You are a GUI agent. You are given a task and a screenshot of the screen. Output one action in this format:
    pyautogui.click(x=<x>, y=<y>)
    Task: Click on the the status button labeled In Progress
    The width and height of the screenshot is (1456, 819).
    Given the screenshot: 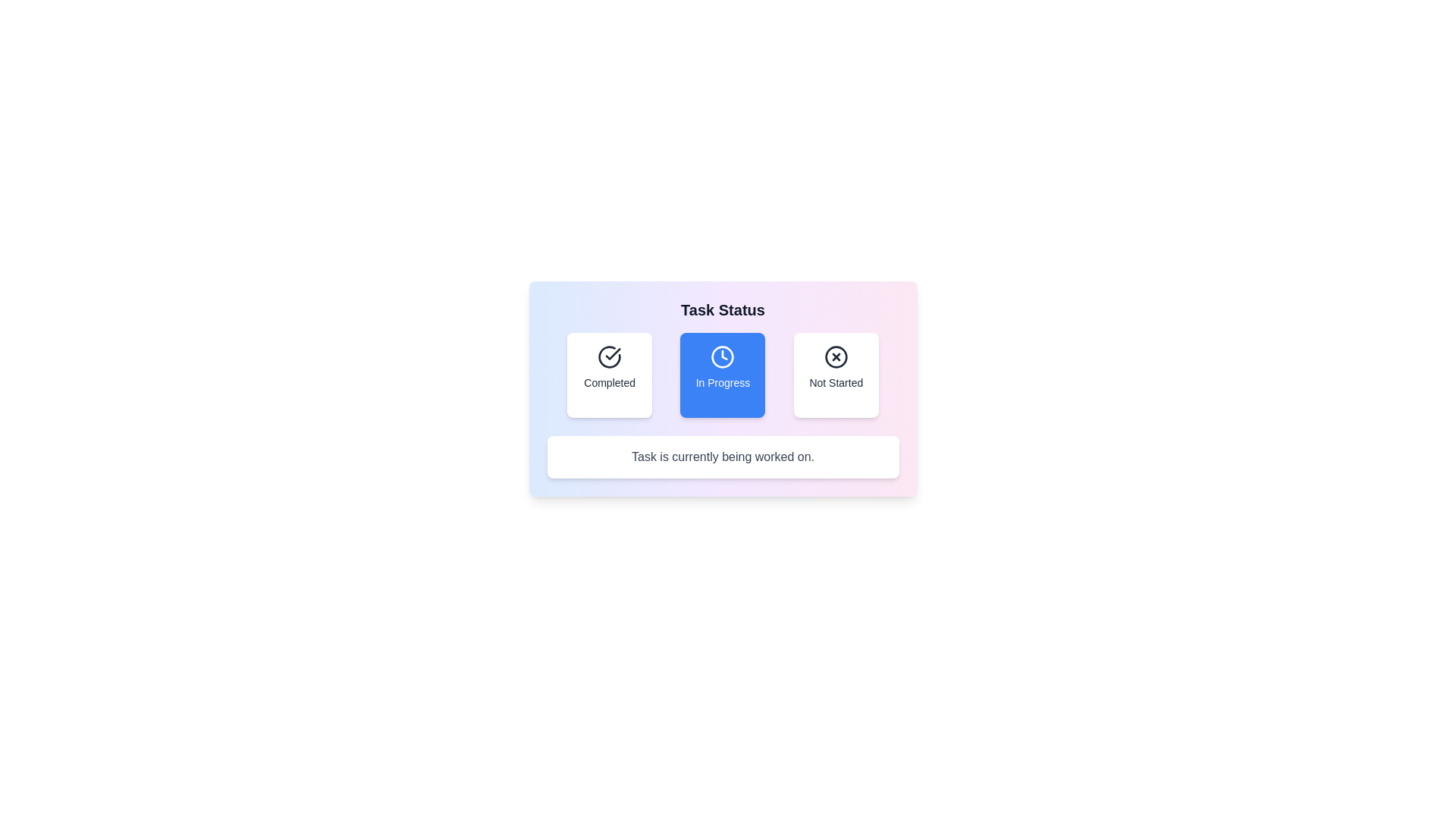 What is the action you would take?
    pyautogui.click(x=722, y=375)
    